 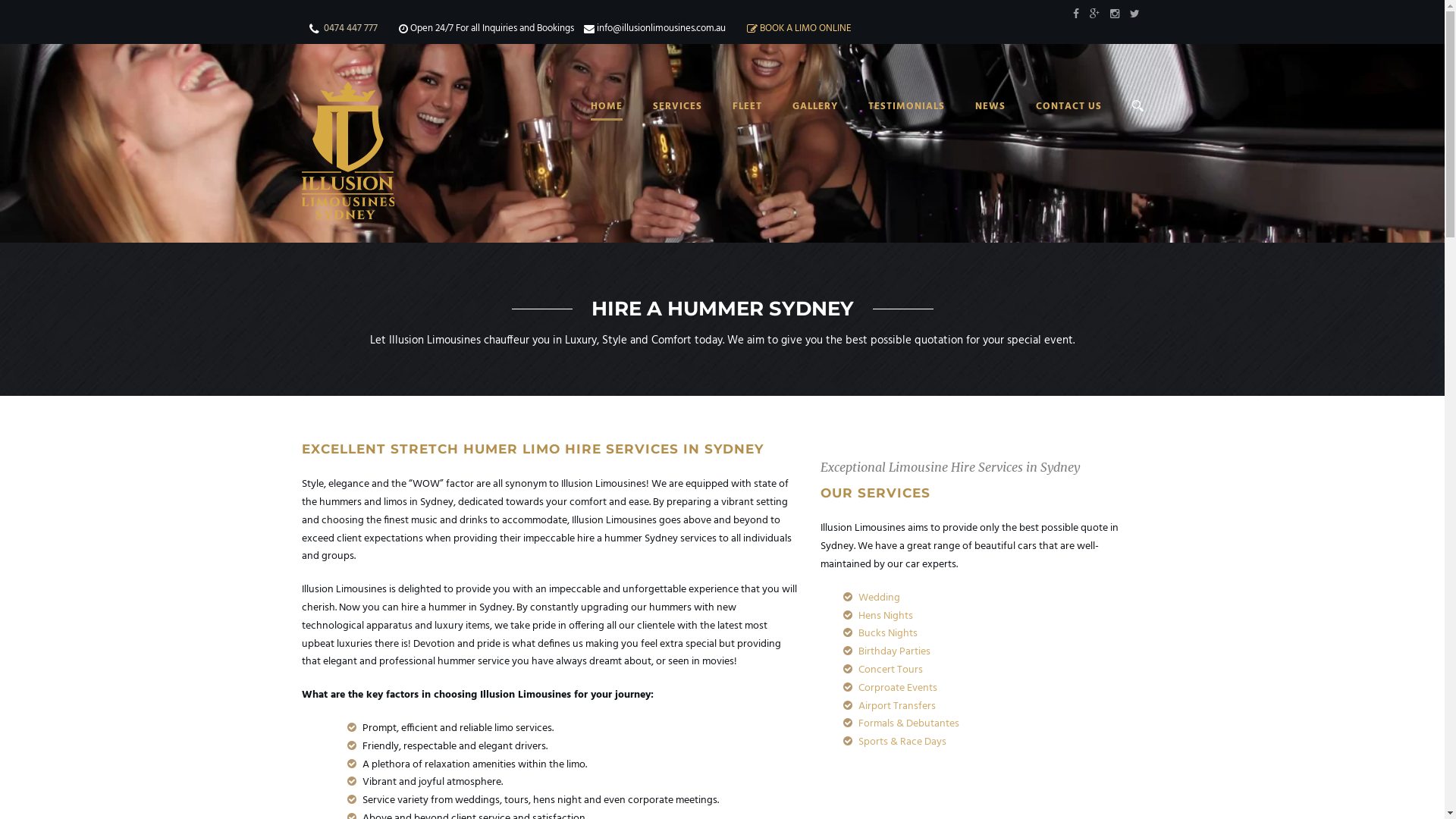 What do you see at coordinates (975, 123) in the screenshot?
I see `'NEWS'` at bounding box center [975, 123].